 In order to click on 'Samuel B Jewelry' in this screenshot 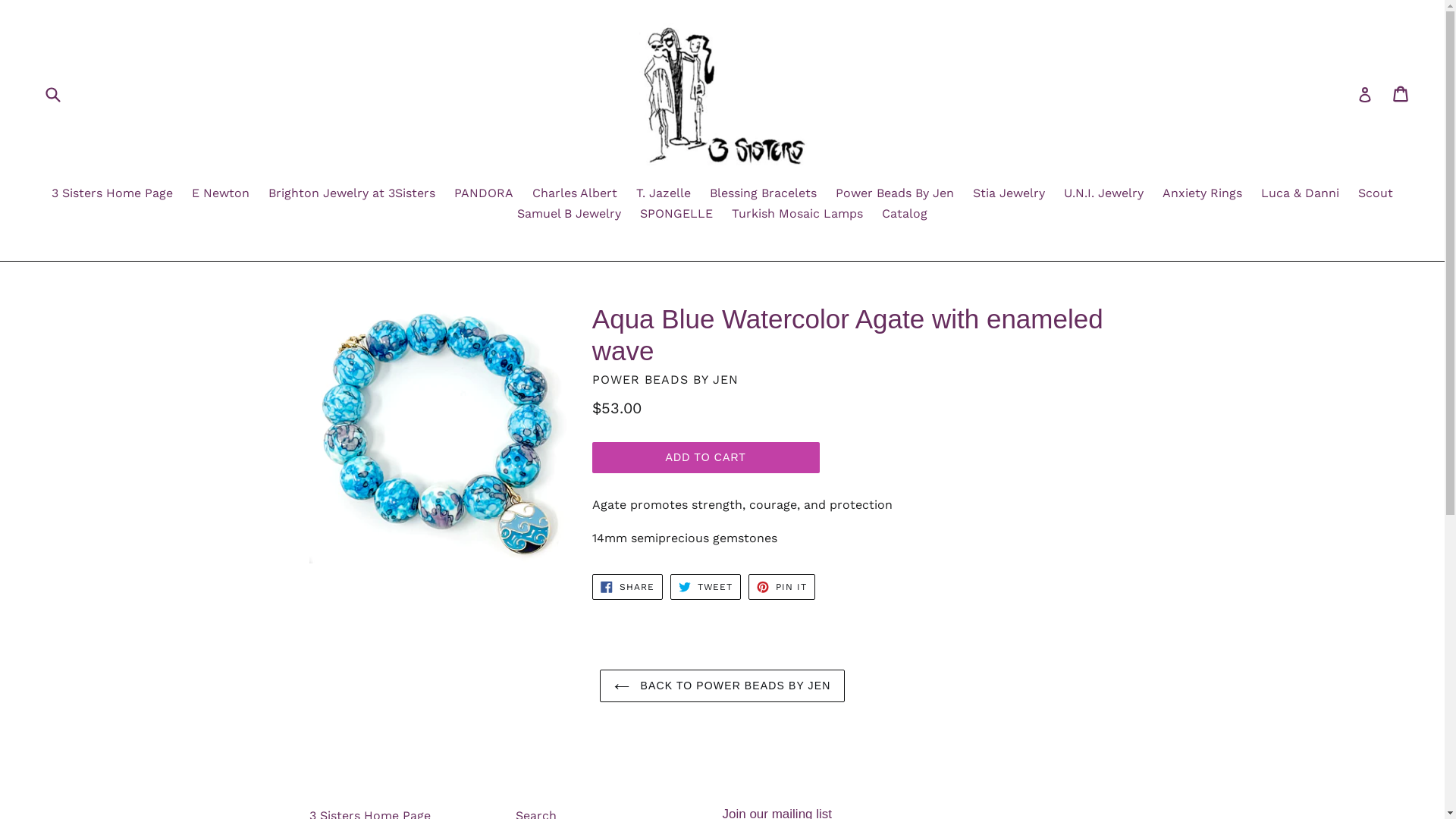, I will do `click(510, 215)`.